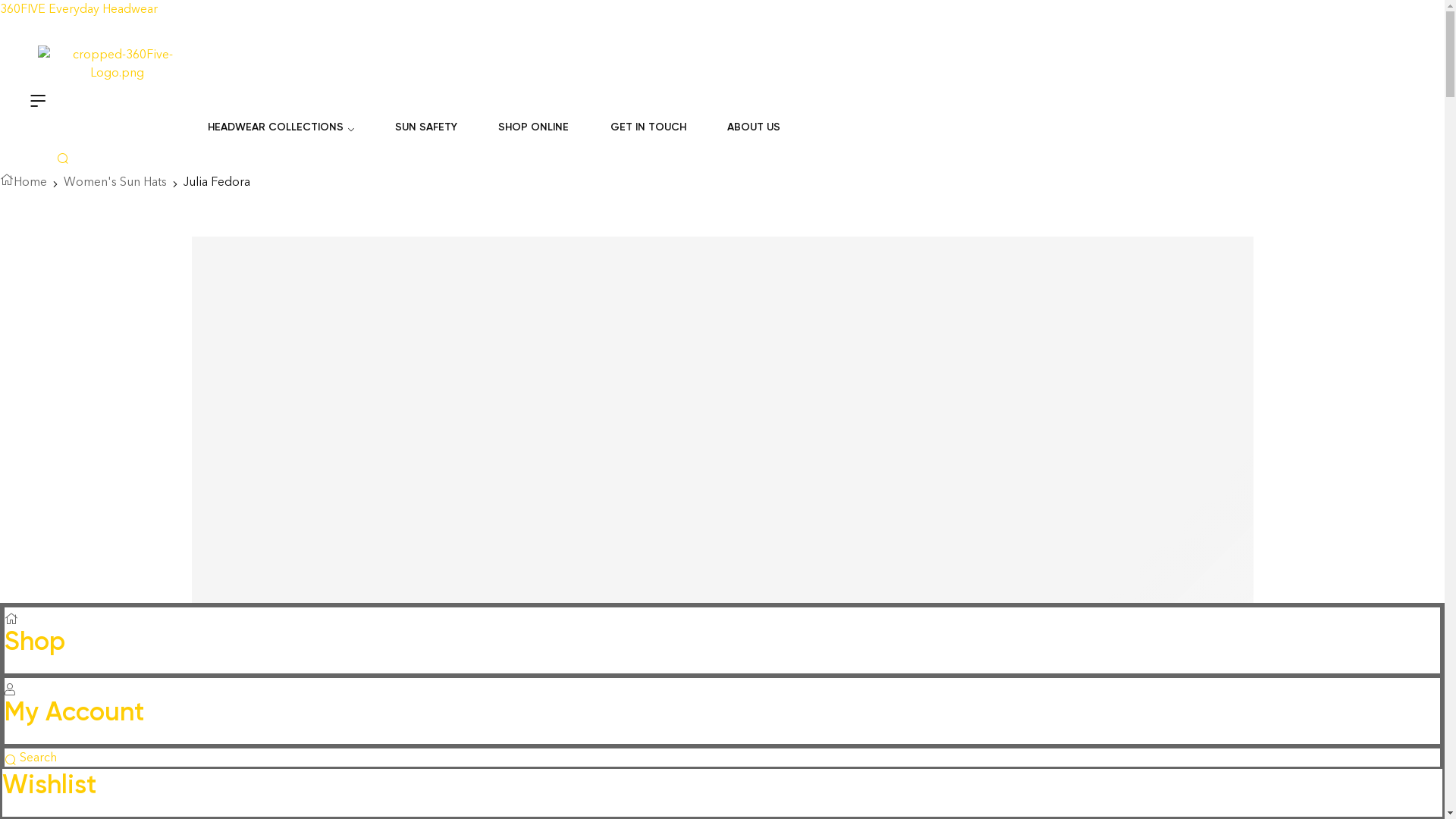  I want to click on 'SUN SAFETY', so click(425, 127).